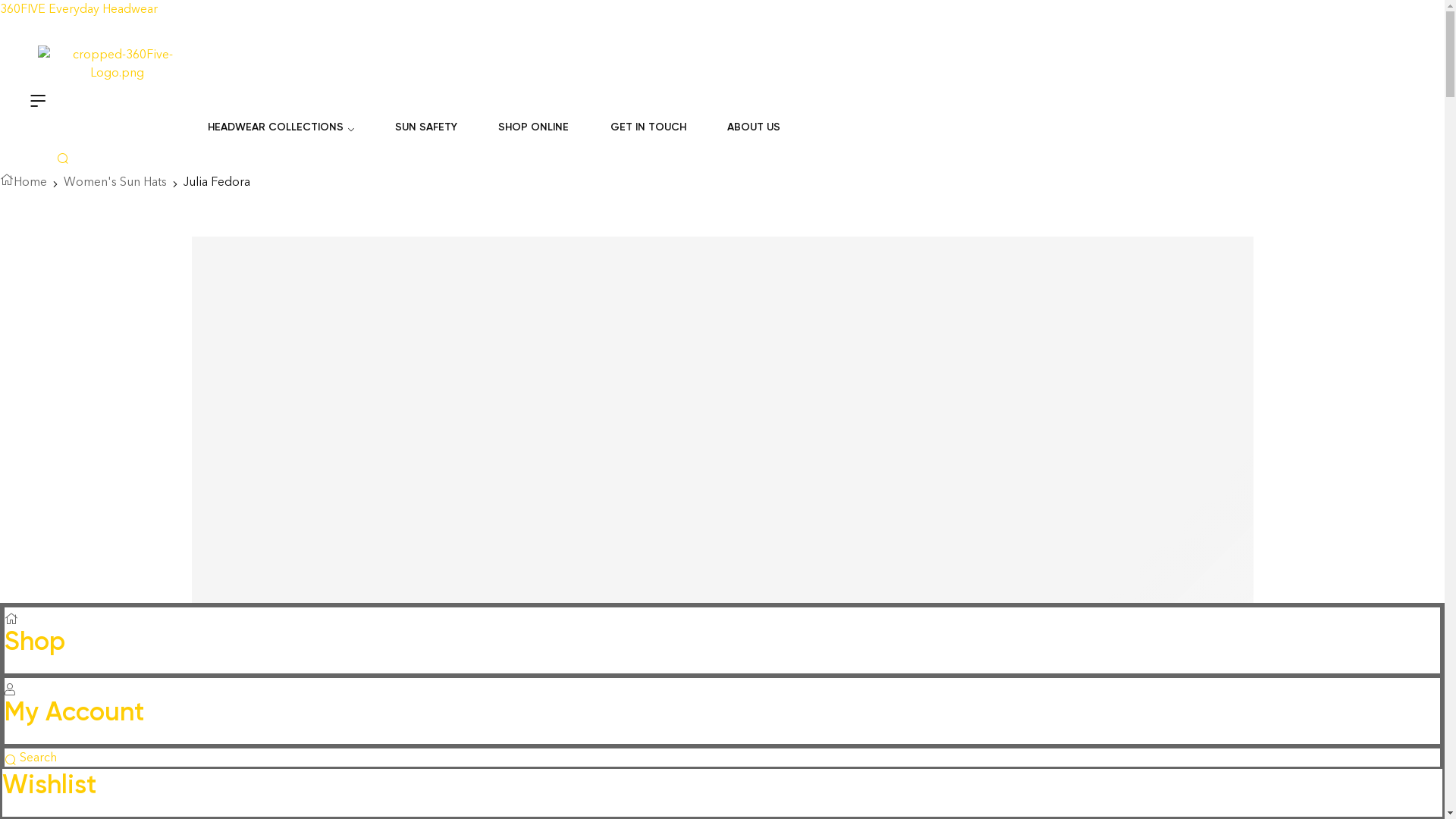  I want to click on 'SUN SAFETY', so click(425, 127).